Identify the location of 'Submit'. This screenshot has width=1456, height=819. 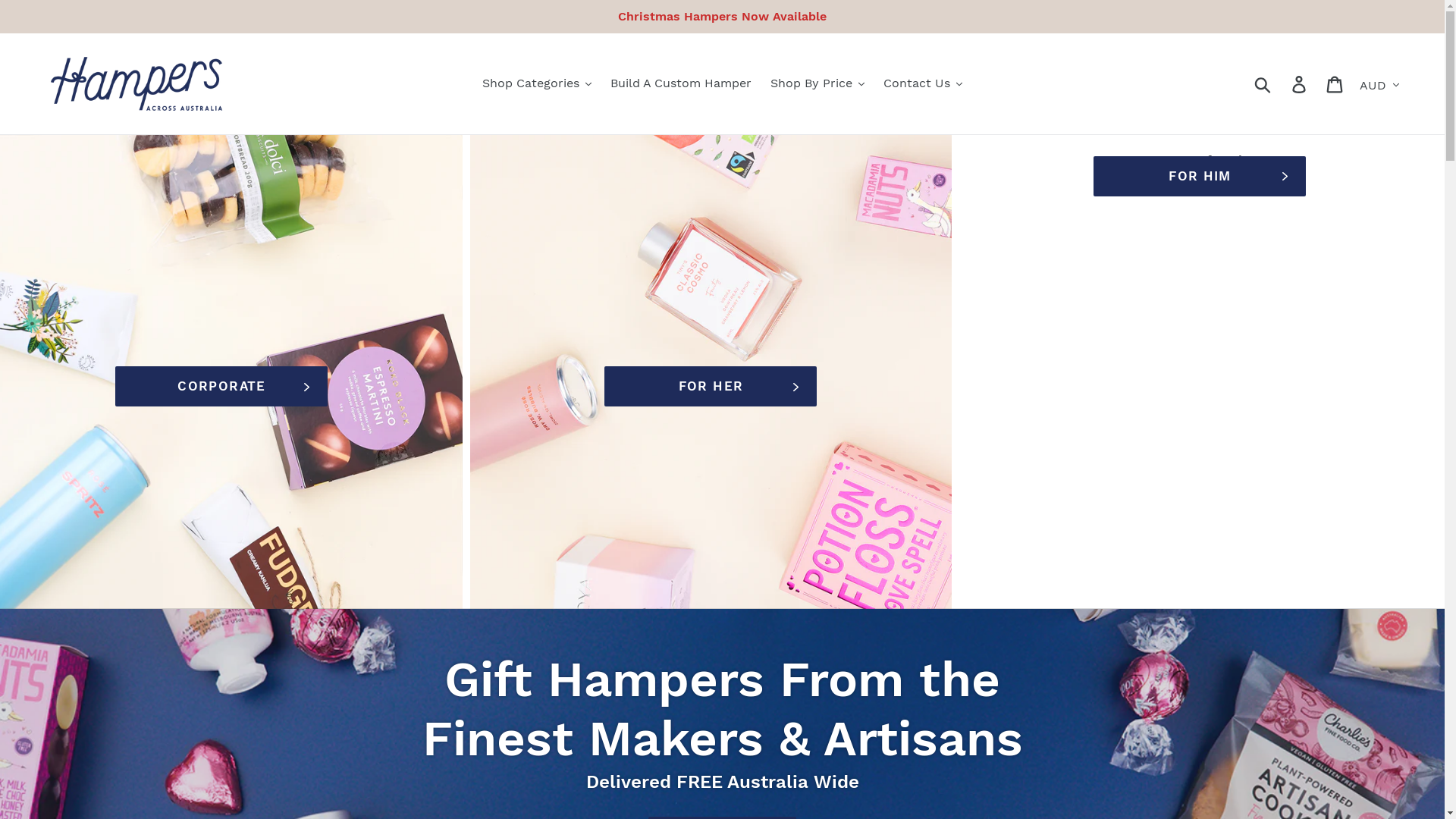
(1244, 83).